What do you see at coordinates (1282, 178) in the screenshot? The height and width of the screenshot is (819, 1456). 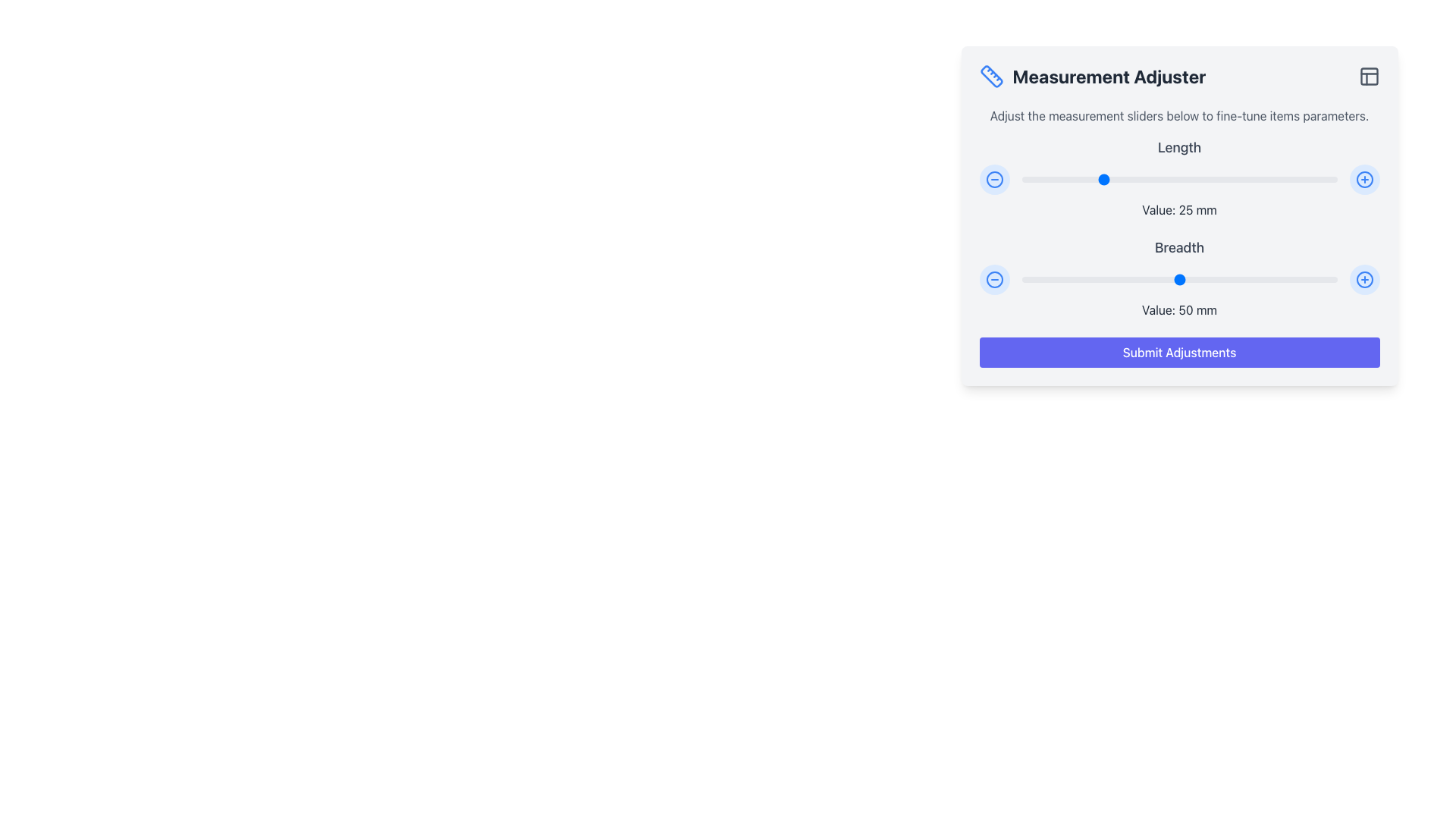 I see `the length` at bounding box center [1282, 178].